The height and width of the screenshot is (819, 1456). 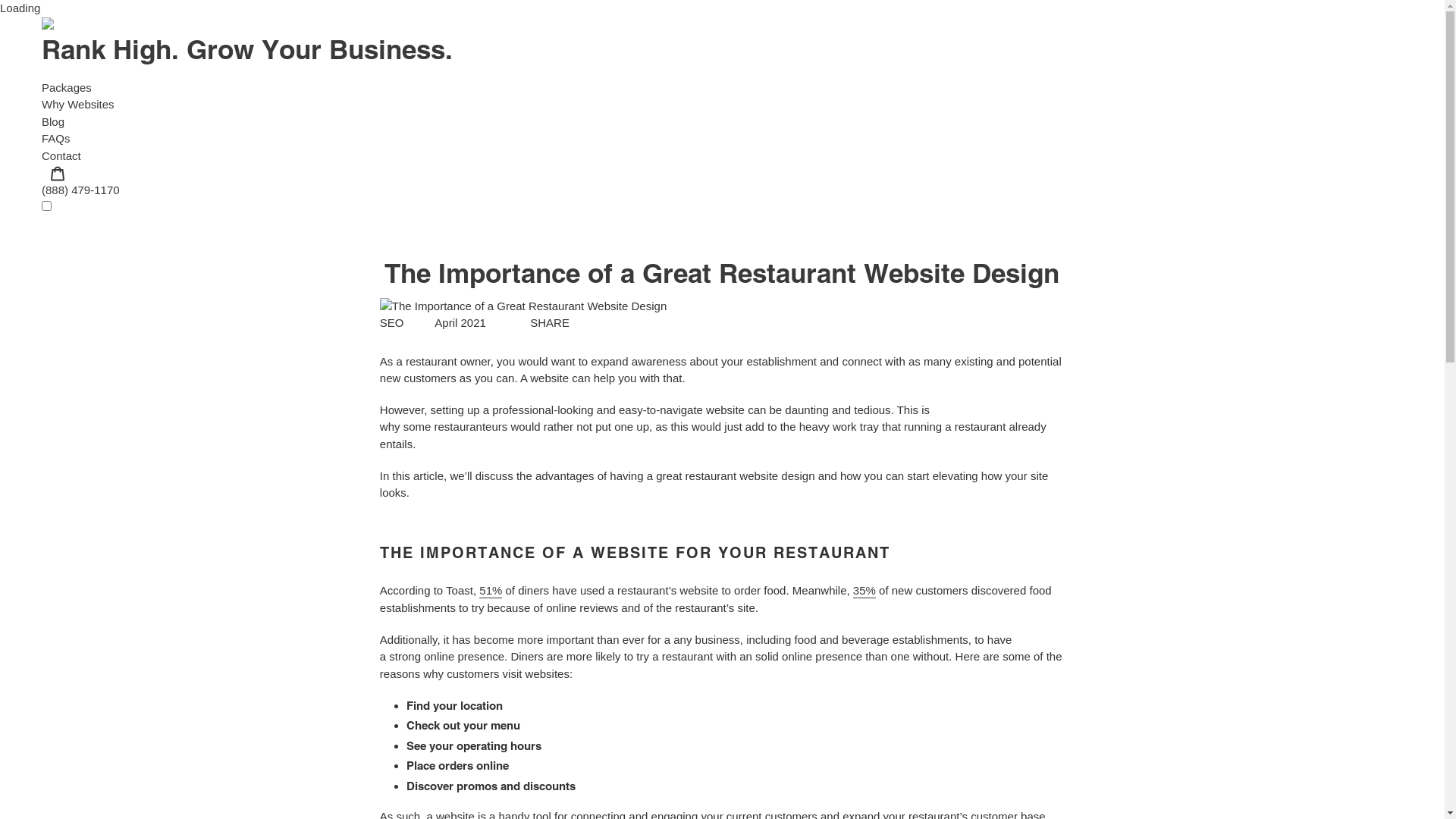 I want to click on 'FAQs', so click(x=55, y=138).